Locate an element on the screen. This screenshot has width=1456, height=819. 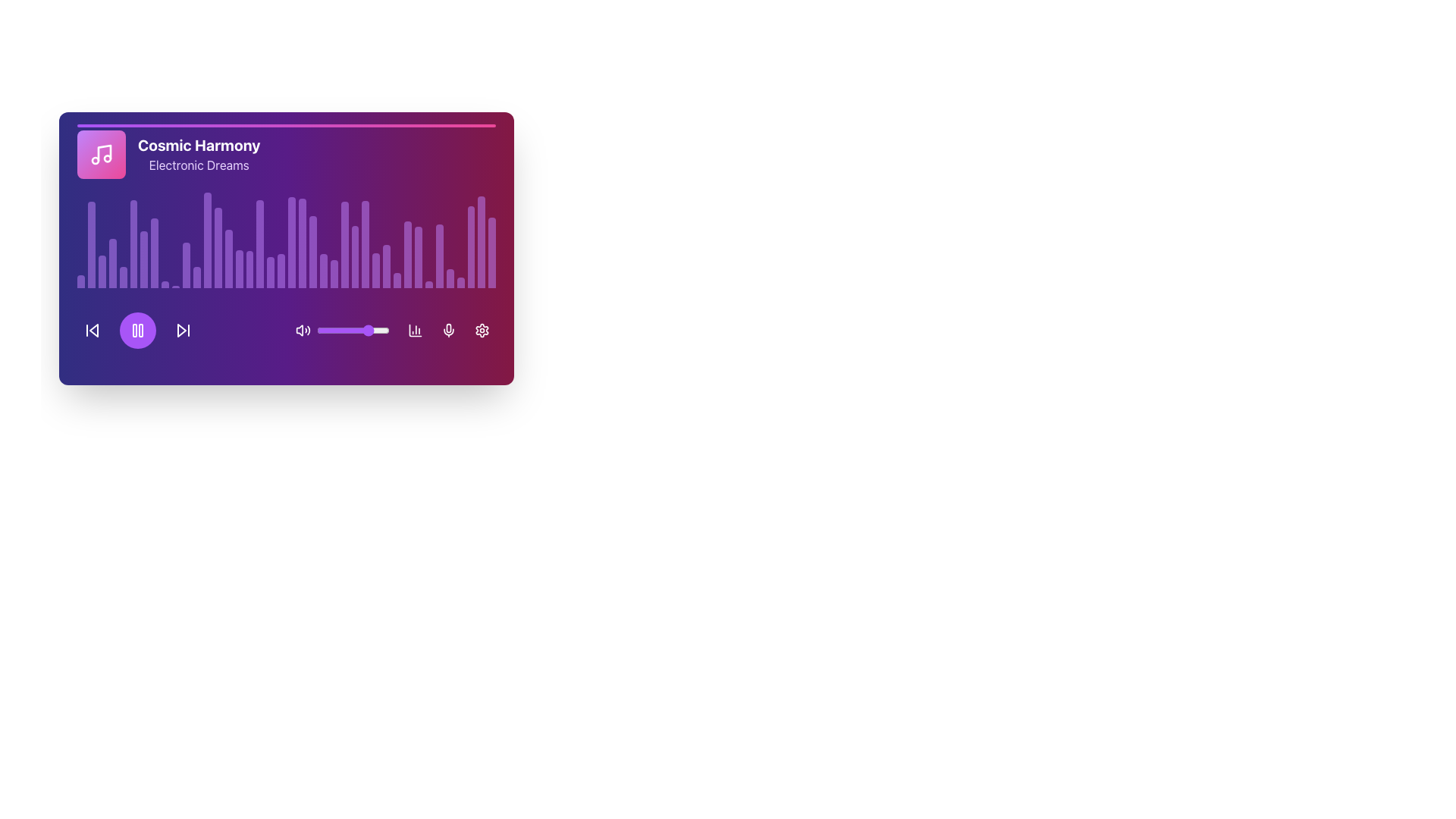
the 'skip forward' button, which is the third playback control button located towards the bottom center of the media player interface is located at coordinates (182, 329).